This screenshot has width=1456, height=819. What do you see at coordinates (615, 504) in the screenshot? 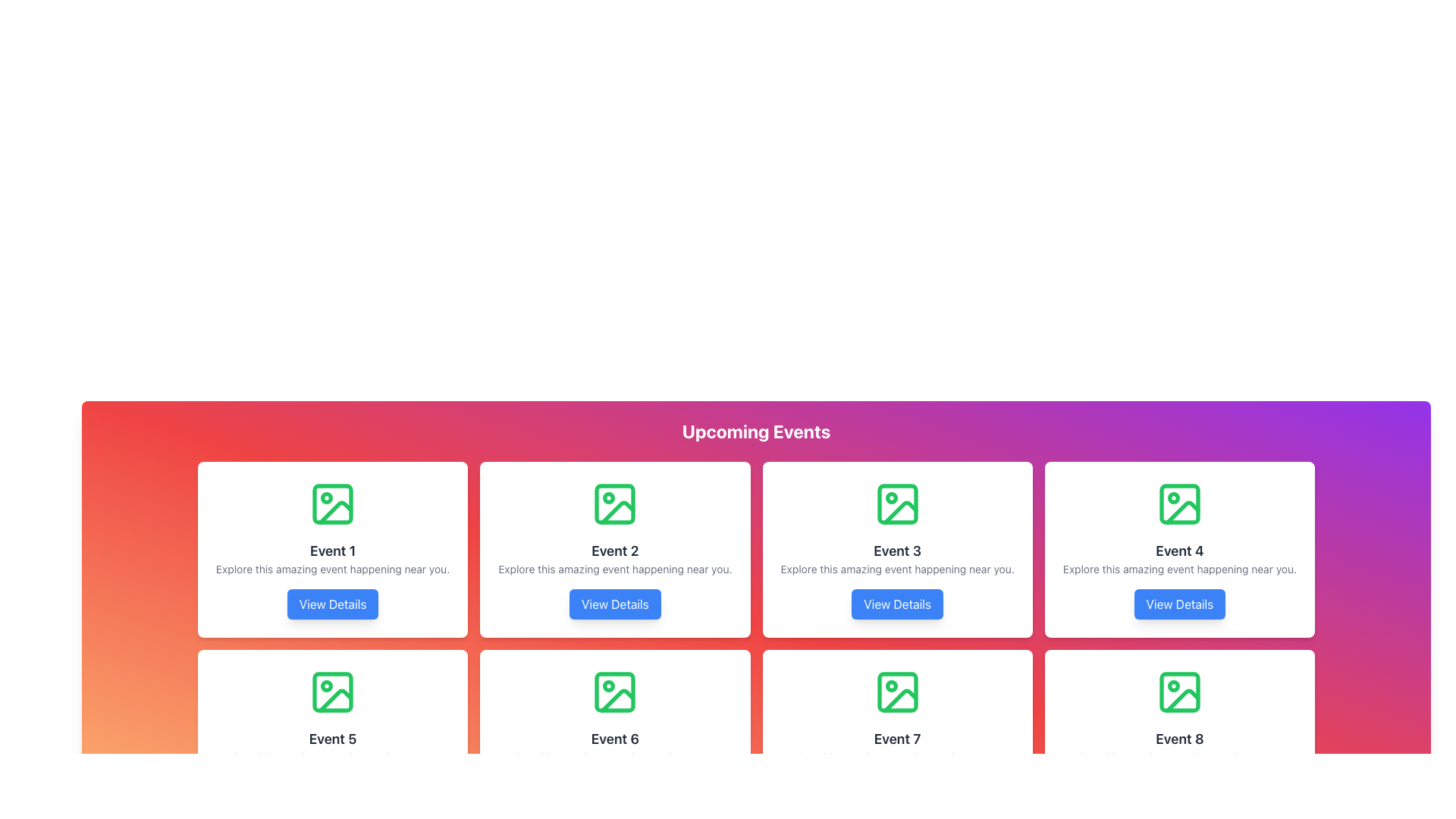
I see `the decorative visual element within the green image placeholder of the event card labeled 'Event 2', located in the top row, second card of the grid layout` at bounding box center [615, 504].